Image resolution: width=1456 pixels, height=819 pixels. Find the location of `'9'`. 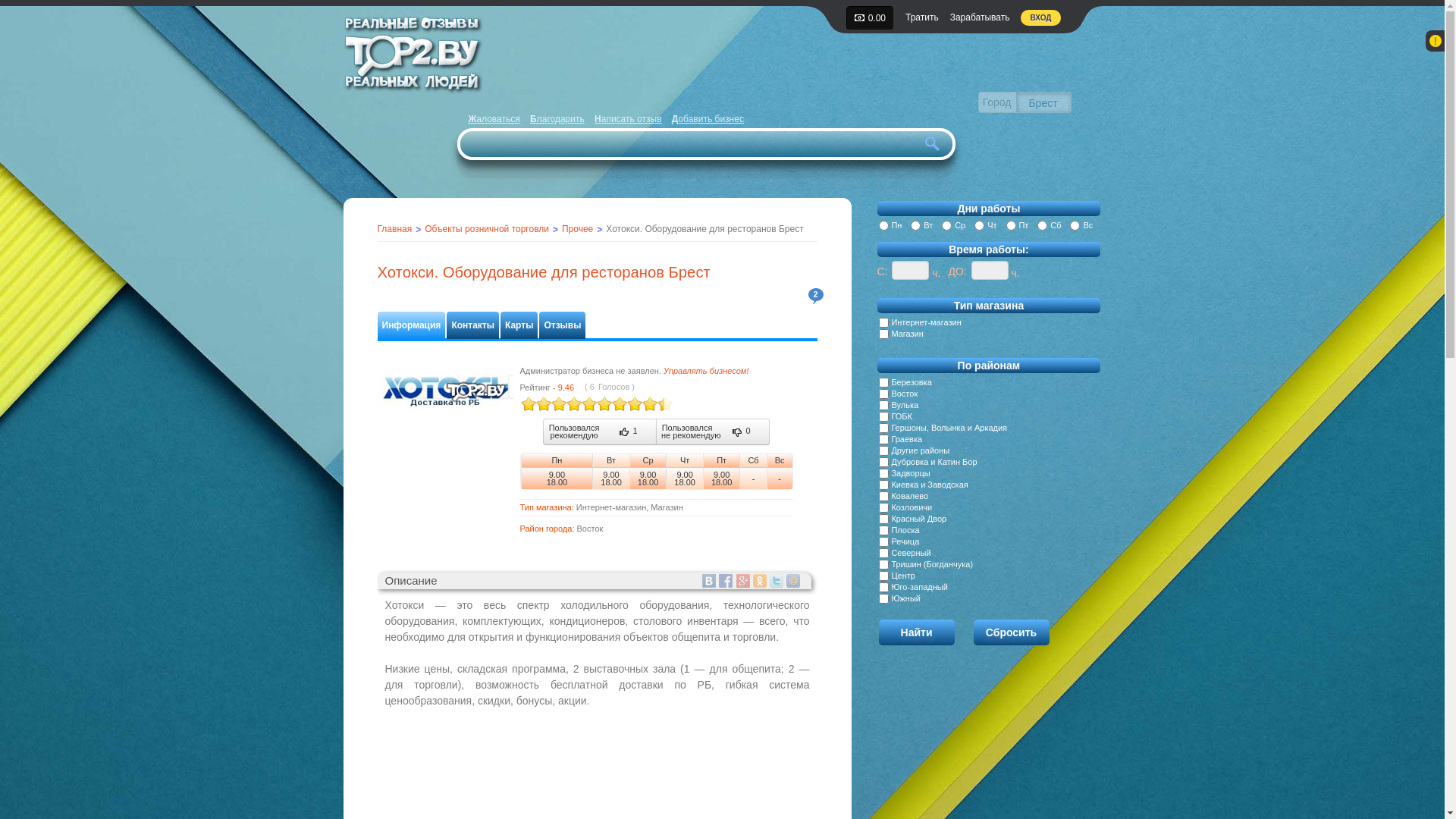

'9' is located at coordinates (588, 403).